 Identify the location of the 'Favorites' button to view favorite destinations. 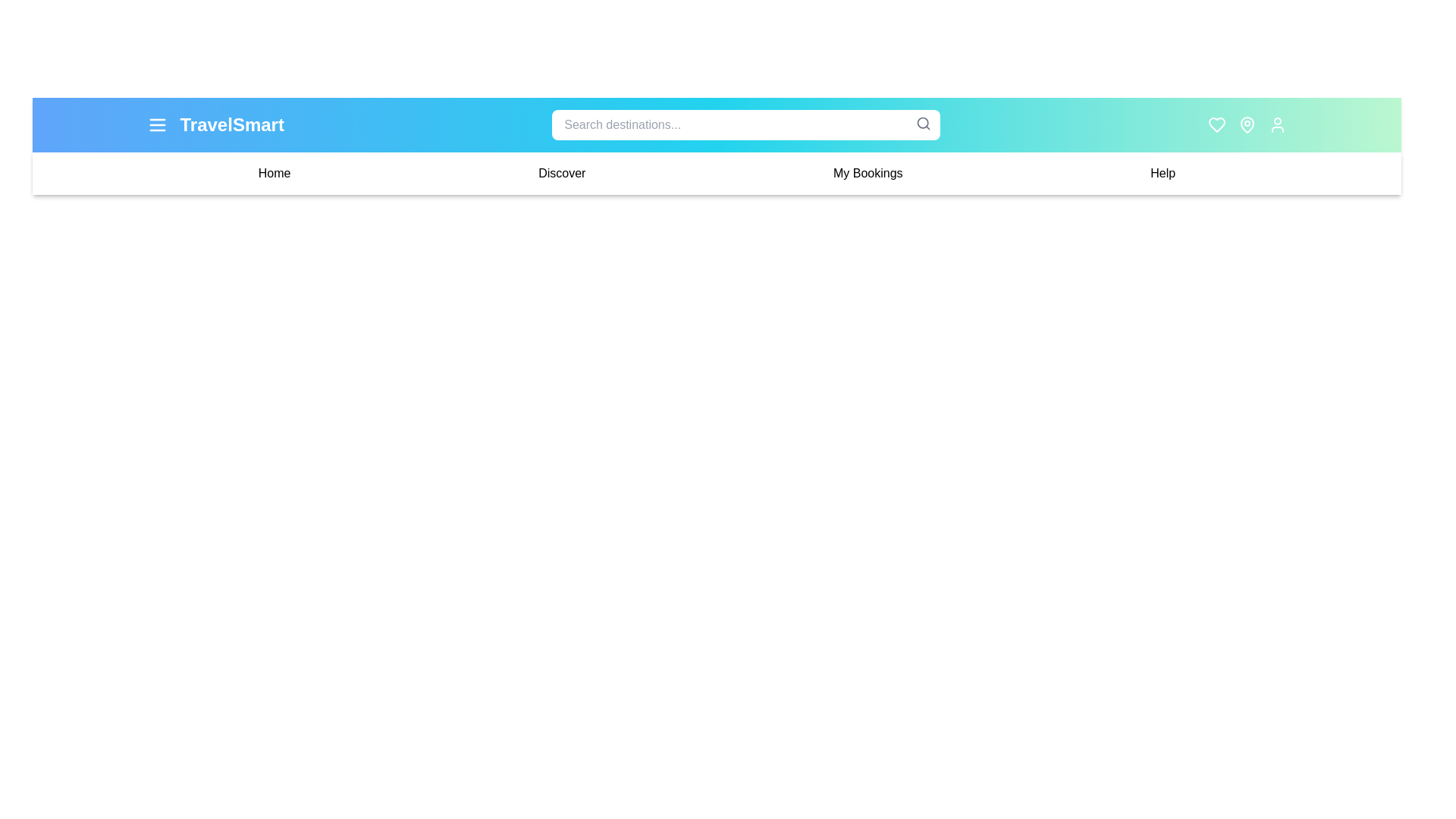
(1217, 124).